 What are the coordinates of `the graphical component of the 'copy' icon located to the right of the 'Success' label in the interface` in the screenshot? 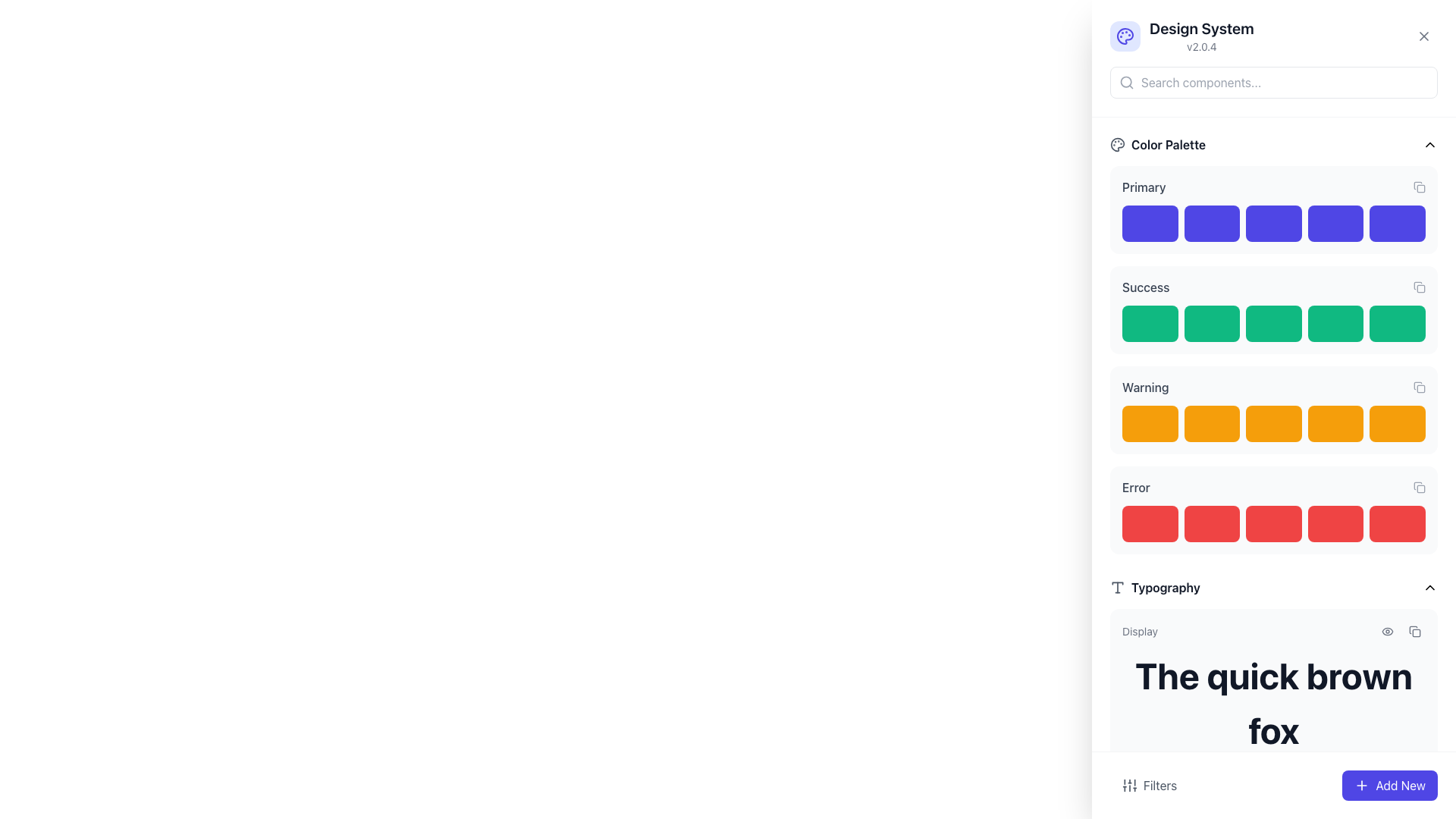 It's located at (1420, 289).